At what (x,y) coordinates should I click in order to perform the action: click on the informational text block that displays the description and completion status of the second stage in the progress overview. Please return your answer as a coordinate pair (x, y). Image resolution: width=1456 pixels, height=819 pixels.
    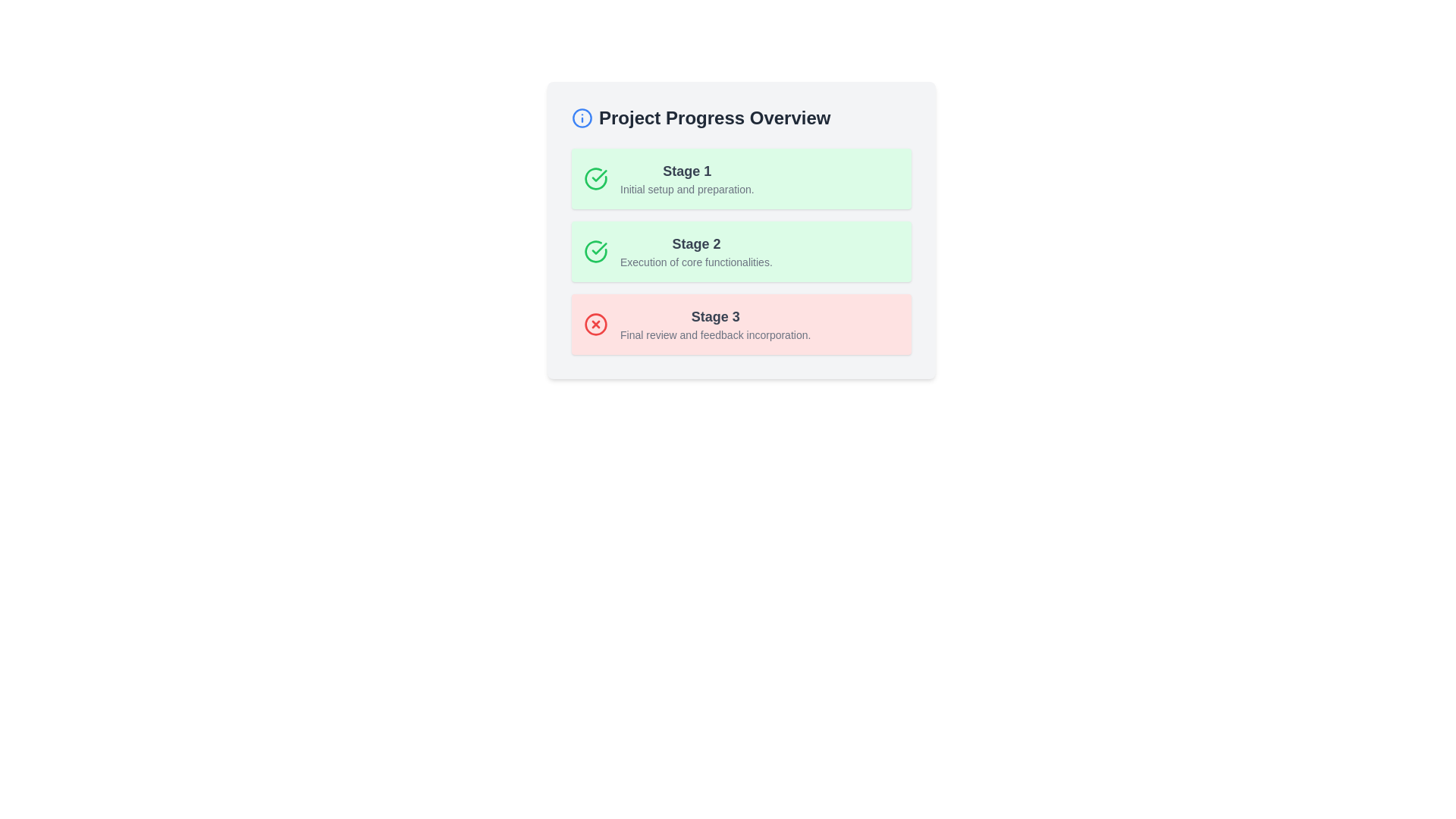
    Looking at the image, I should click on (742, 250).